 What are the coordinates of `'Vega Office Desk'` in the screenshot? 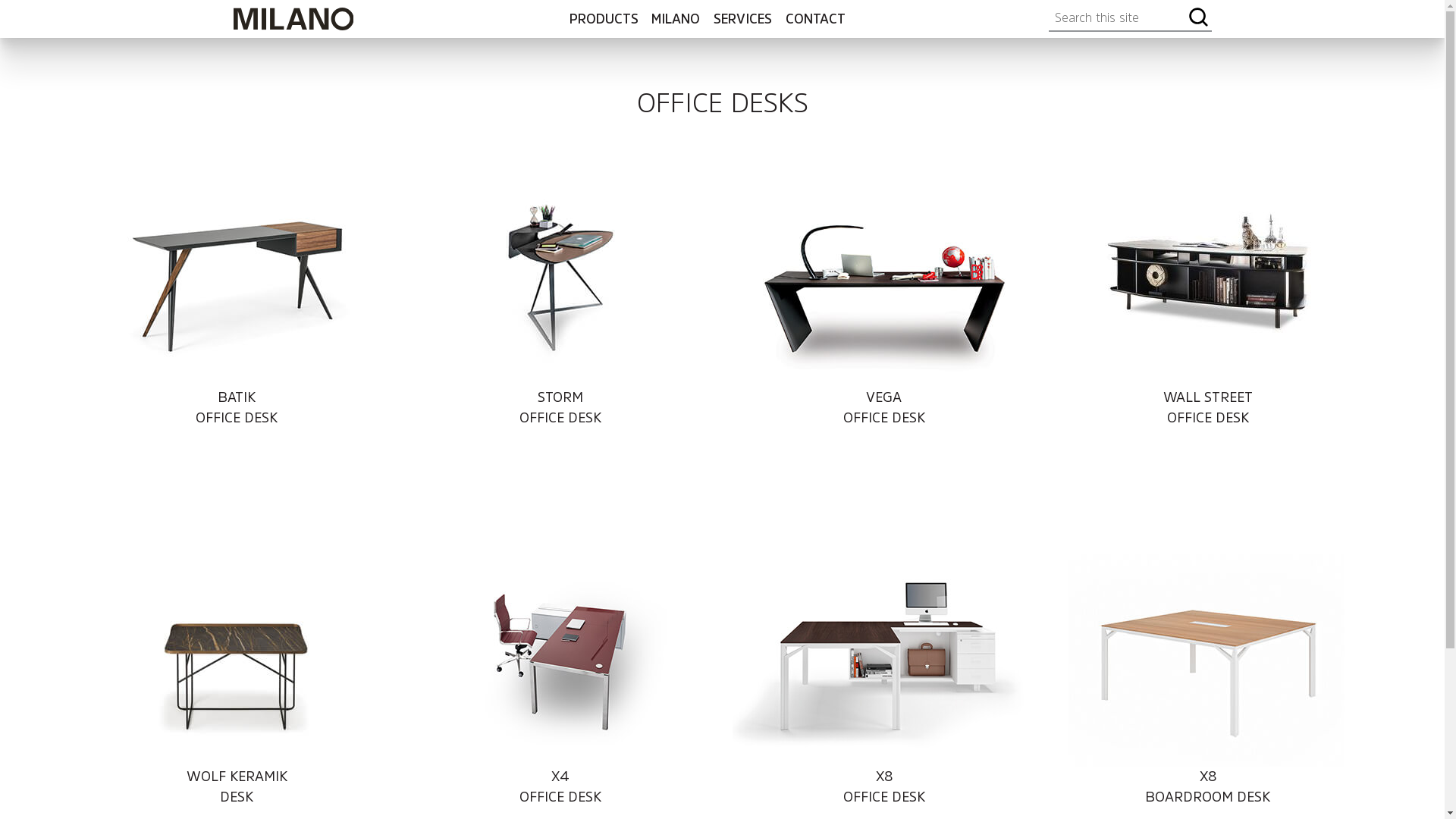 It's located at (884, 281).